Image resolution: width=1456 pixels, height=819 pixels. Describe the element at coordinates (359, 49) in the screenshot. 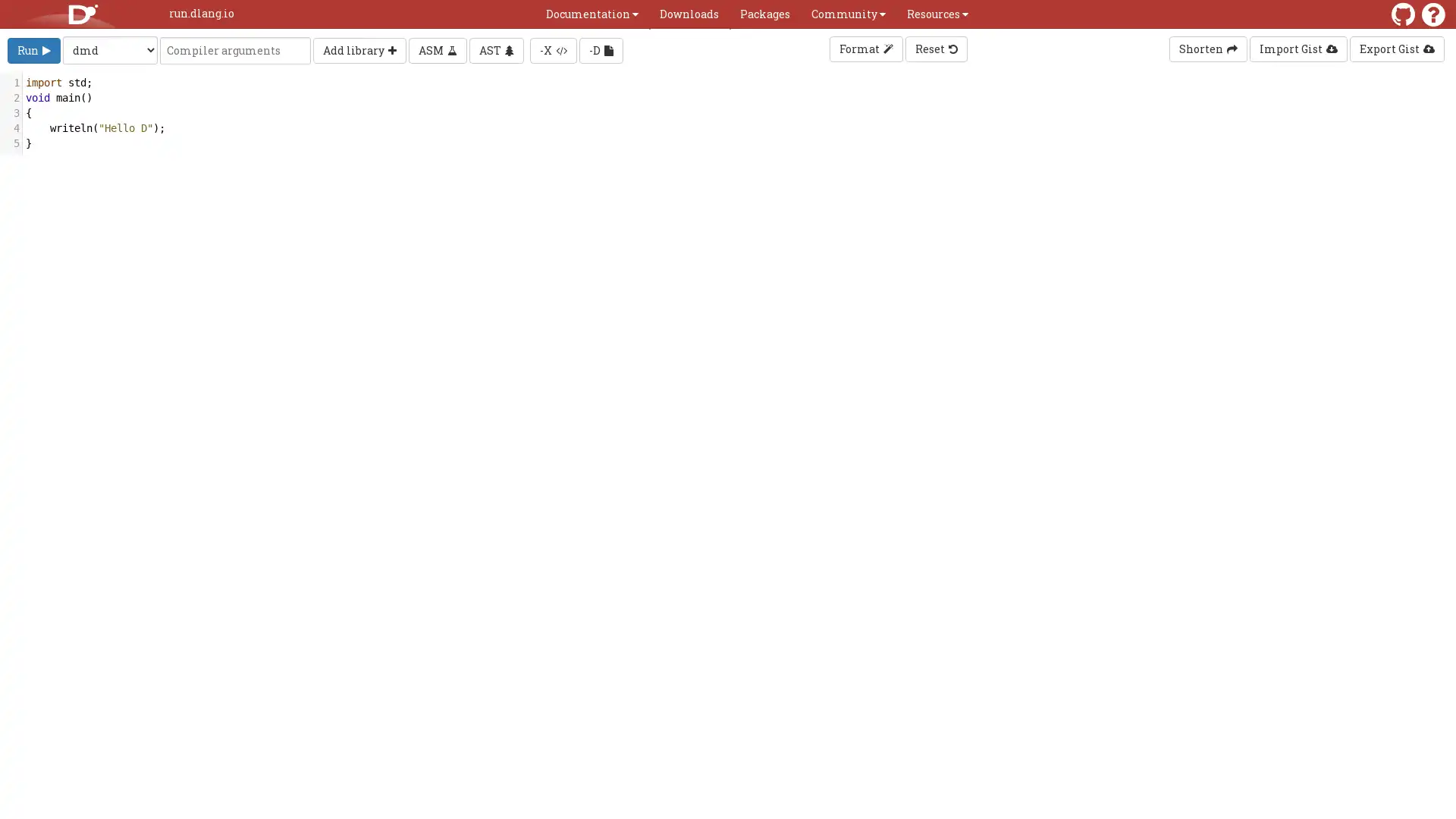

I see `Add library` at that location.